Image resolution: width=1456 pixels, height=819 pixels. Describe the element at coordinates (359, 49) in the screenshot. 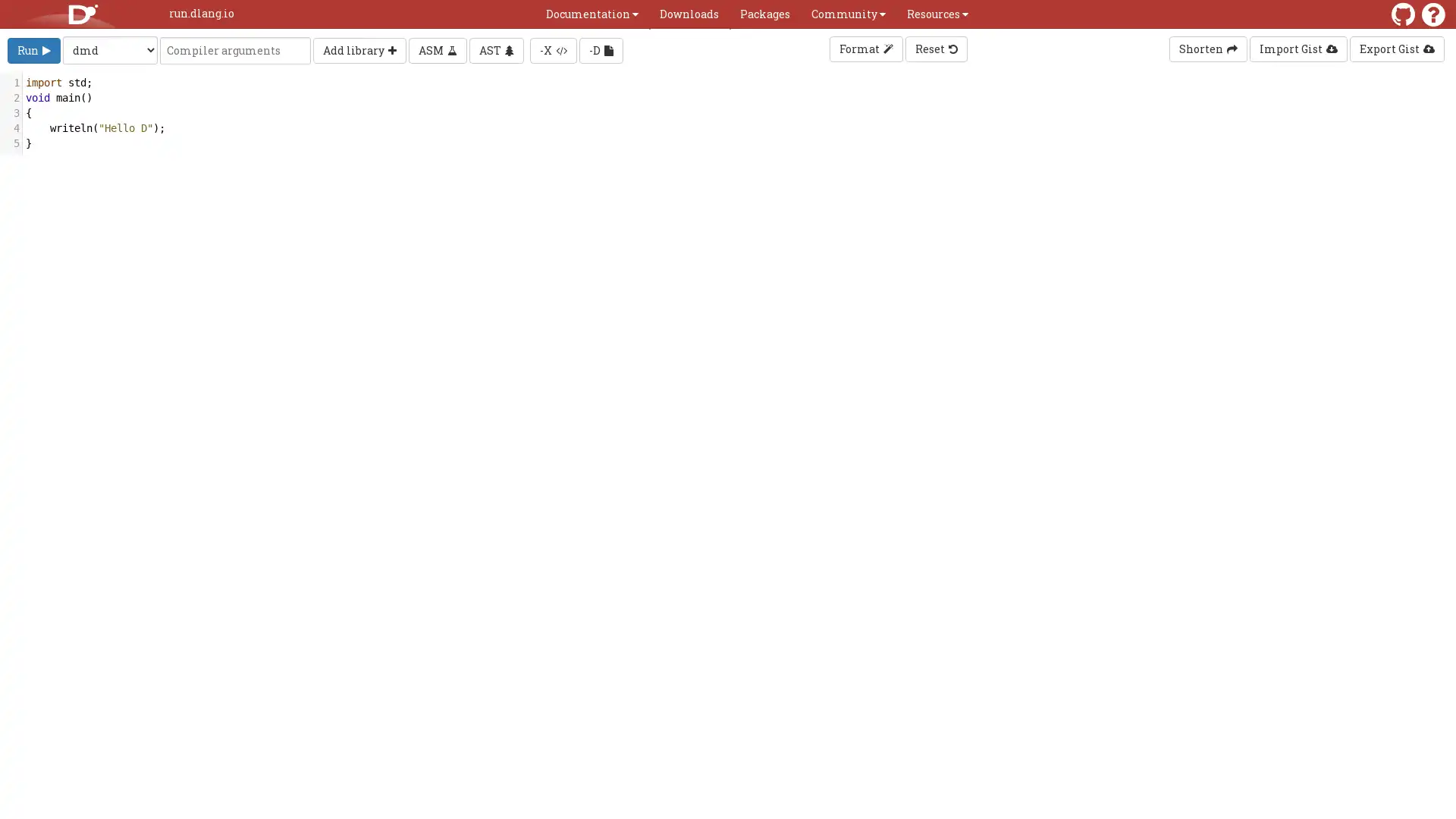

I see `Add library` at that location.